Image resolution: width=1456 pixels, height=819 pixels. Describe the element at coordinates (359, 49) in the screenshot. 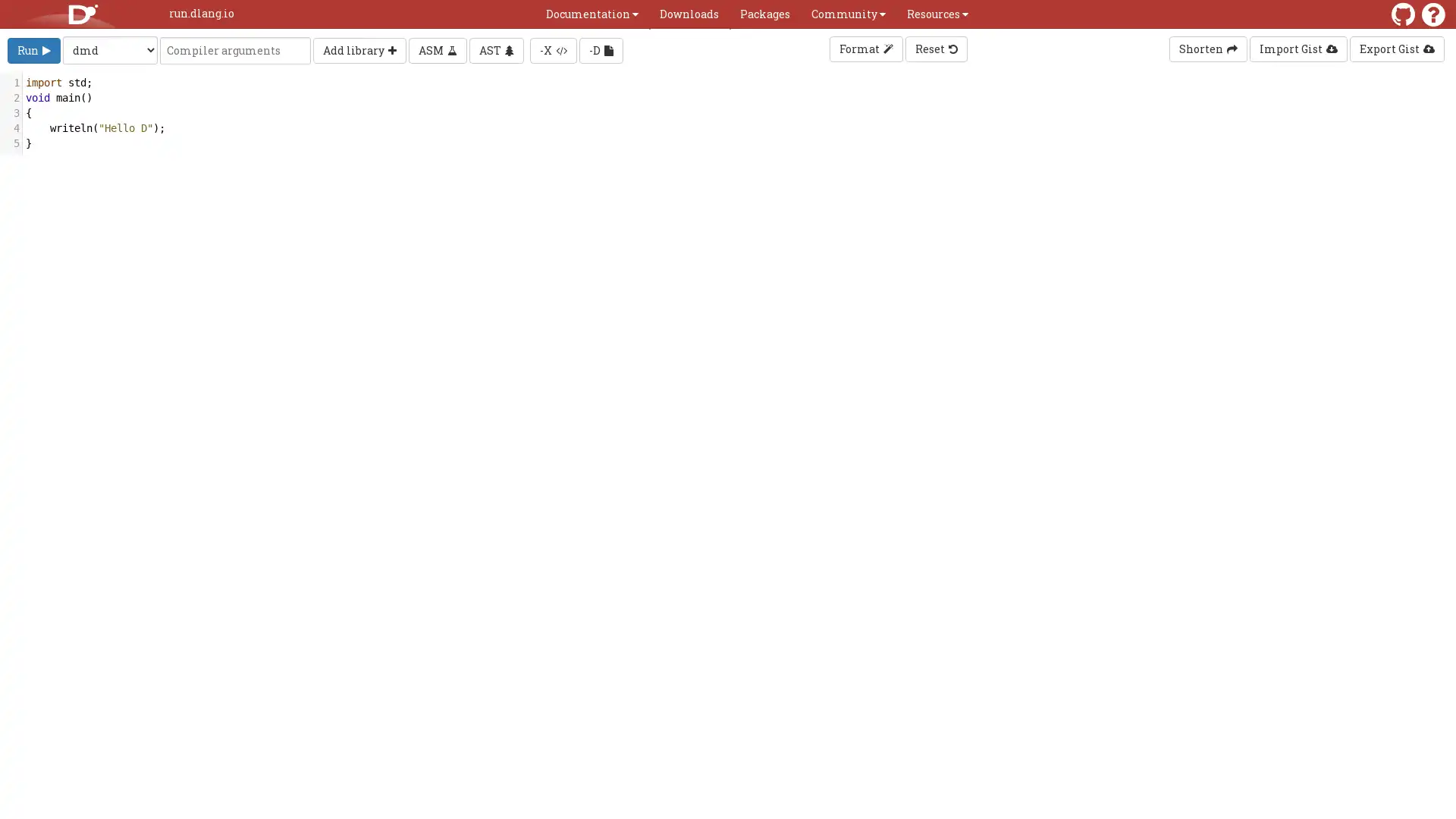

I see `Add library` at that location.